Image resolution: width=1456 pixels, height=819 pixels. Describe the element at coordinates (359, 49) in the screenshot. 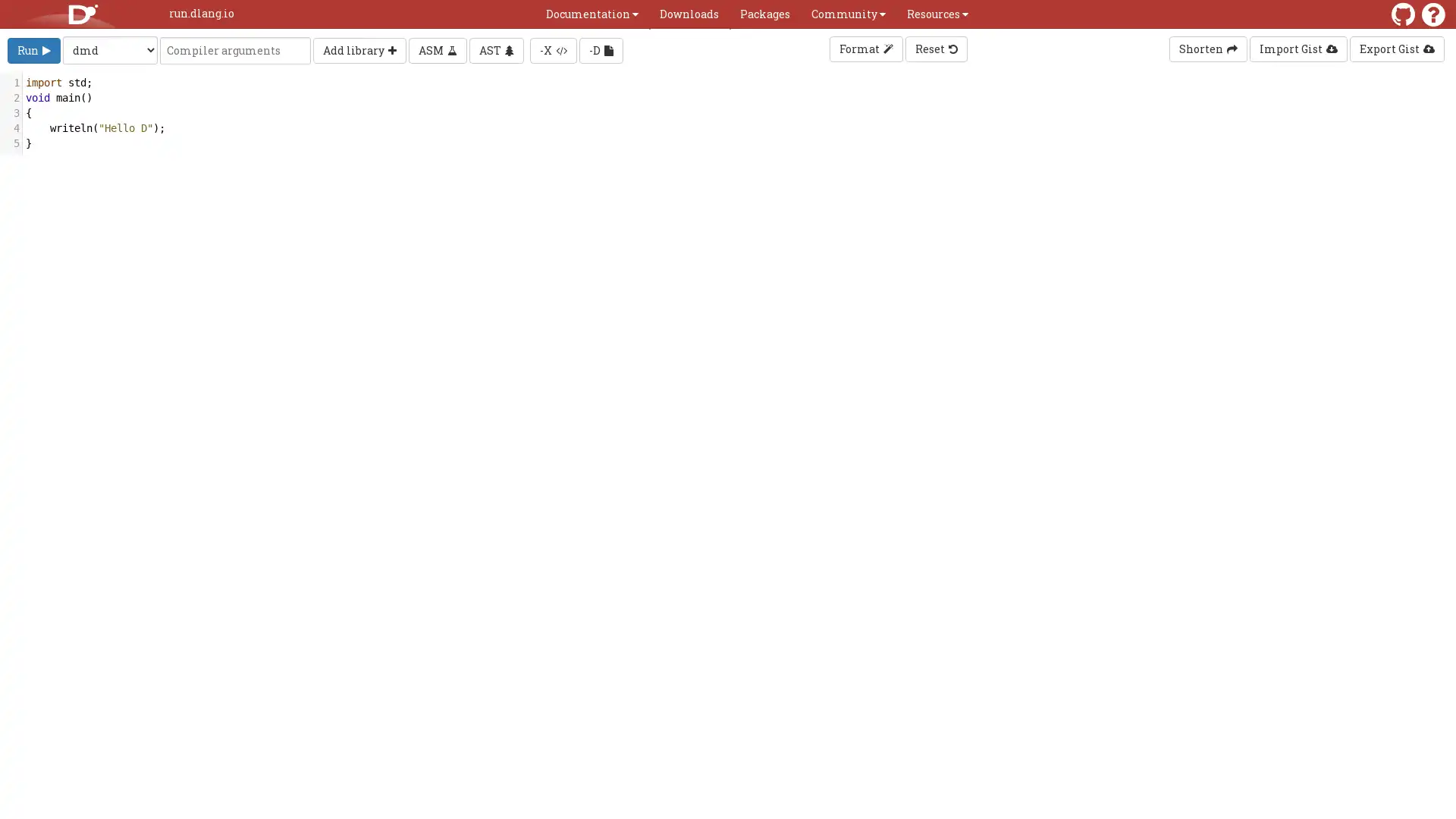

I see `Add library` at that location.